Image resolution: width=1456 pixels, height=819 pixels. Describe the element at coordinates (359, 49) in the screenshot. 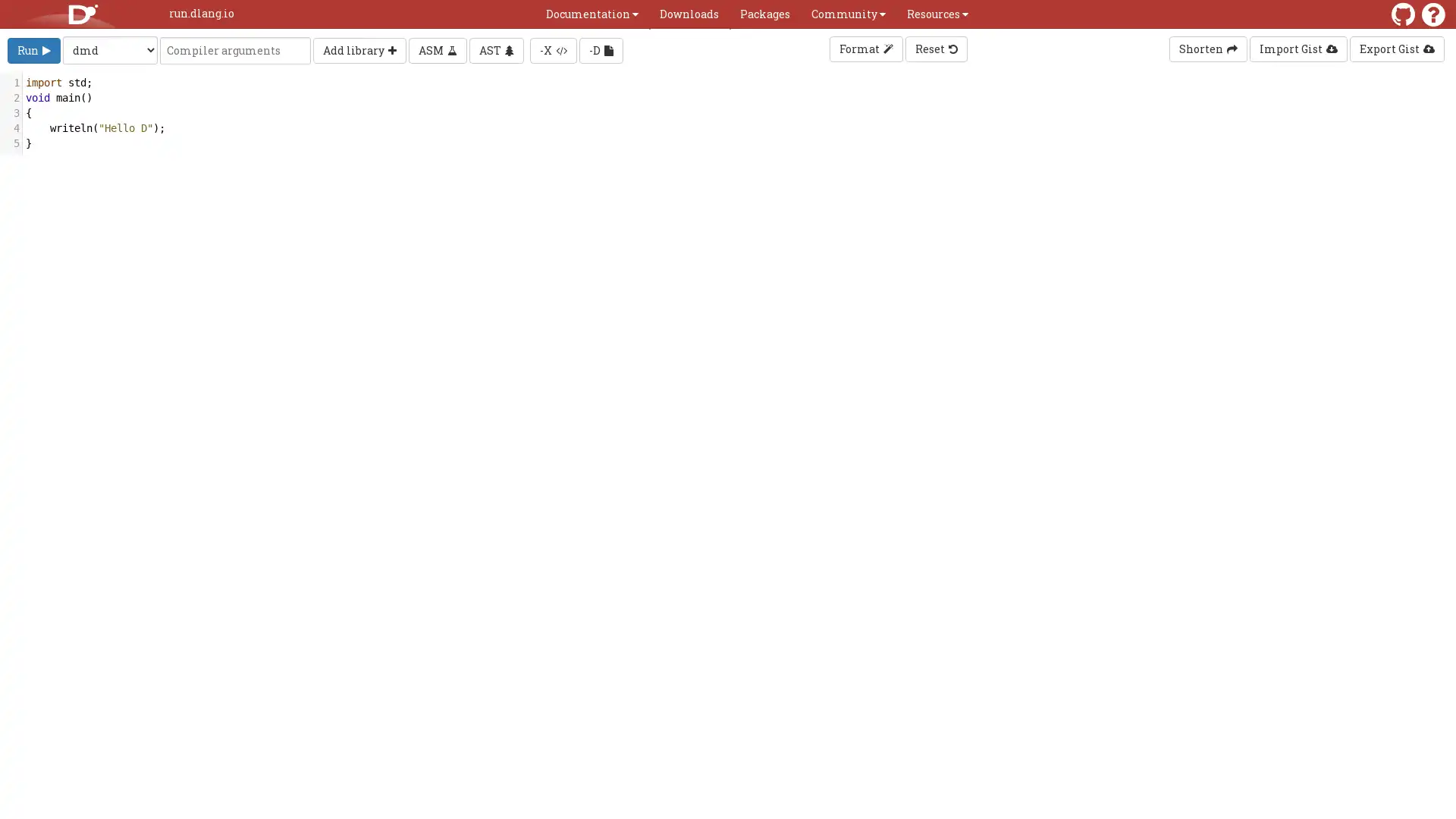

I see `Add library` at that location.